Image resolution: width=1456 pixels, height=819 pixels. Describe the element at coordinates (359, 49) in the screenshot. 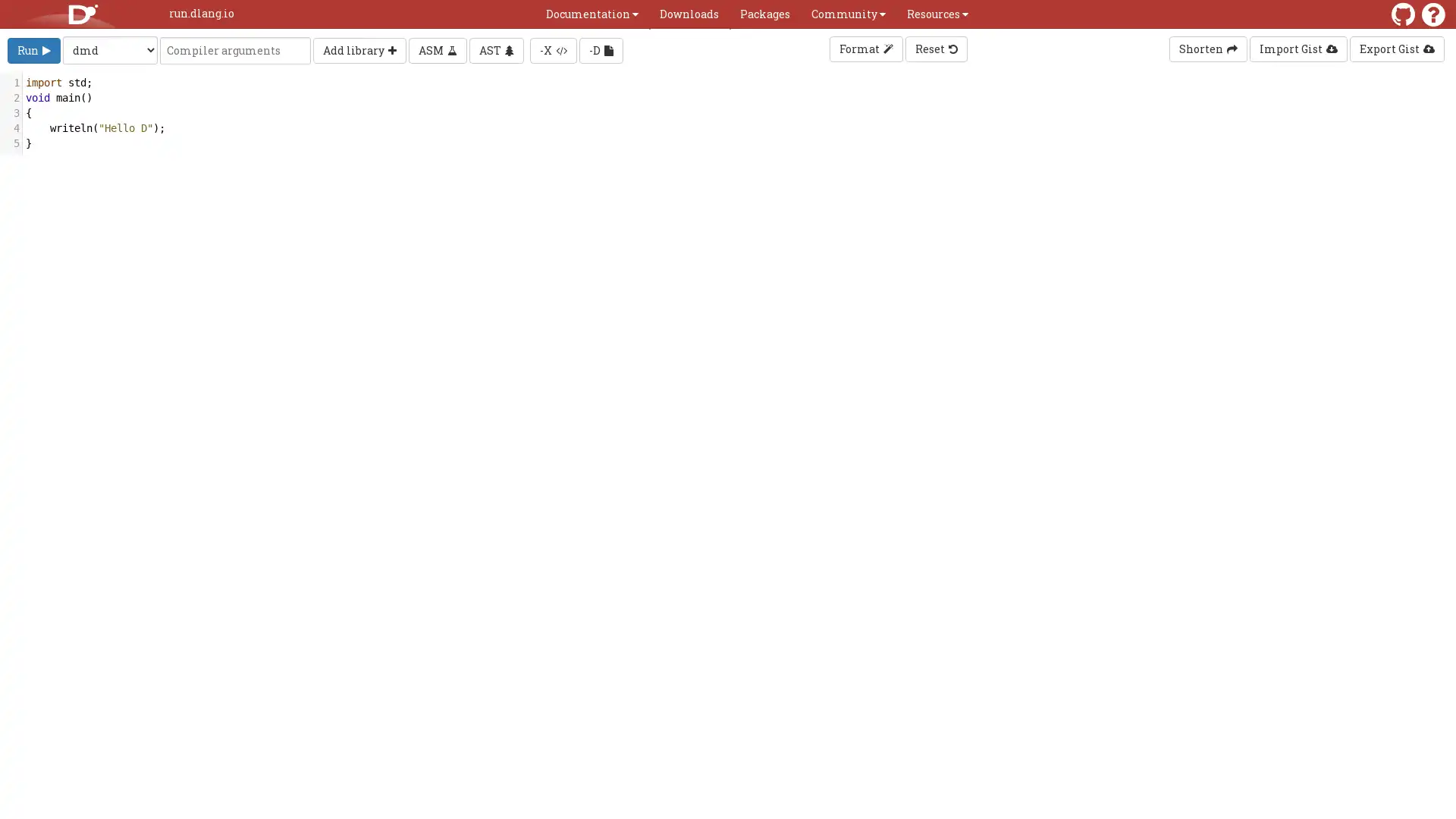

I see `Add library` at that location.